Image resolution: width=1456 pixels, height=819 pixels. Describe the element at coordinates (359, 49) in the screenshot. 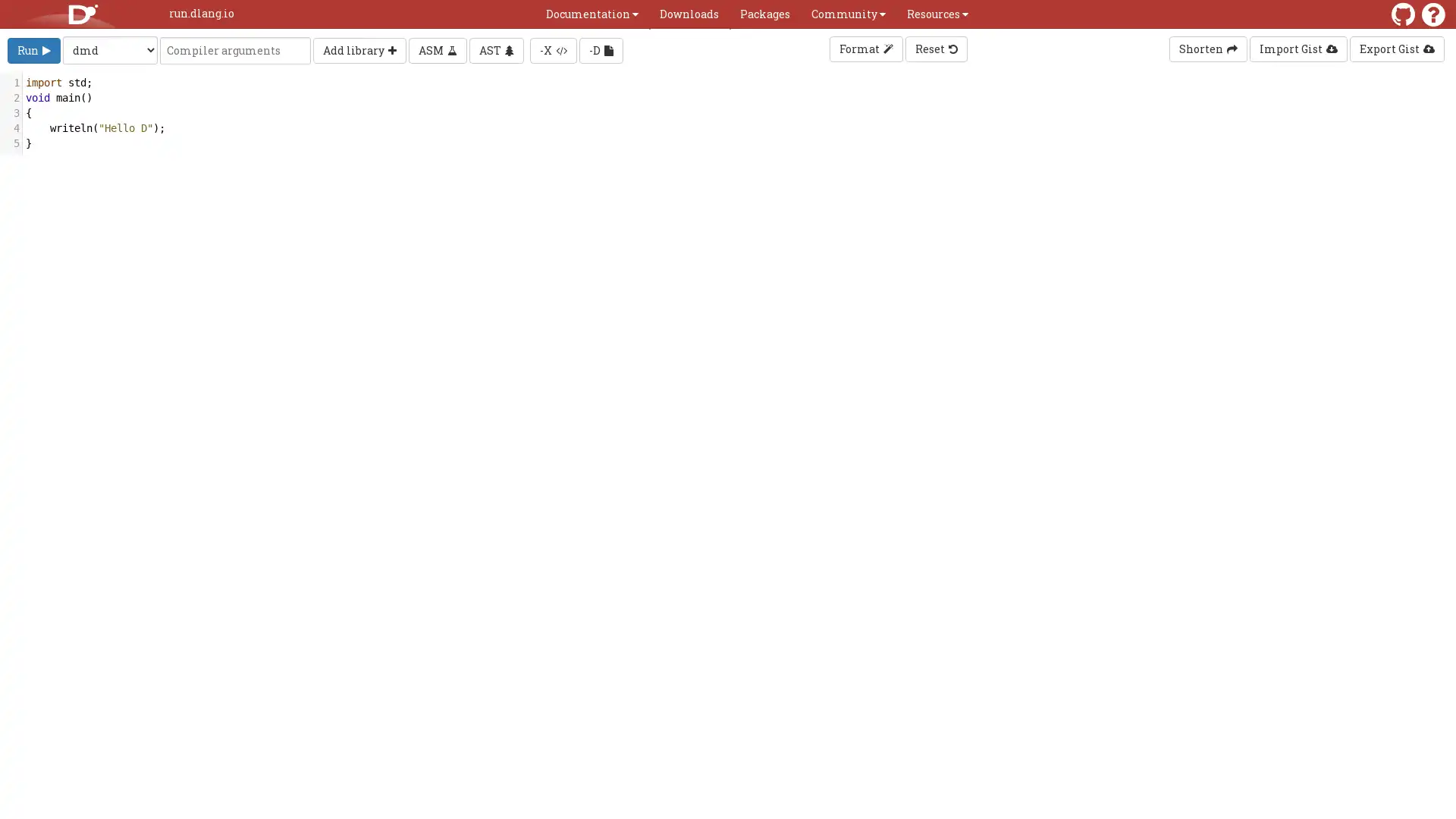

I see `Add library` at that location.